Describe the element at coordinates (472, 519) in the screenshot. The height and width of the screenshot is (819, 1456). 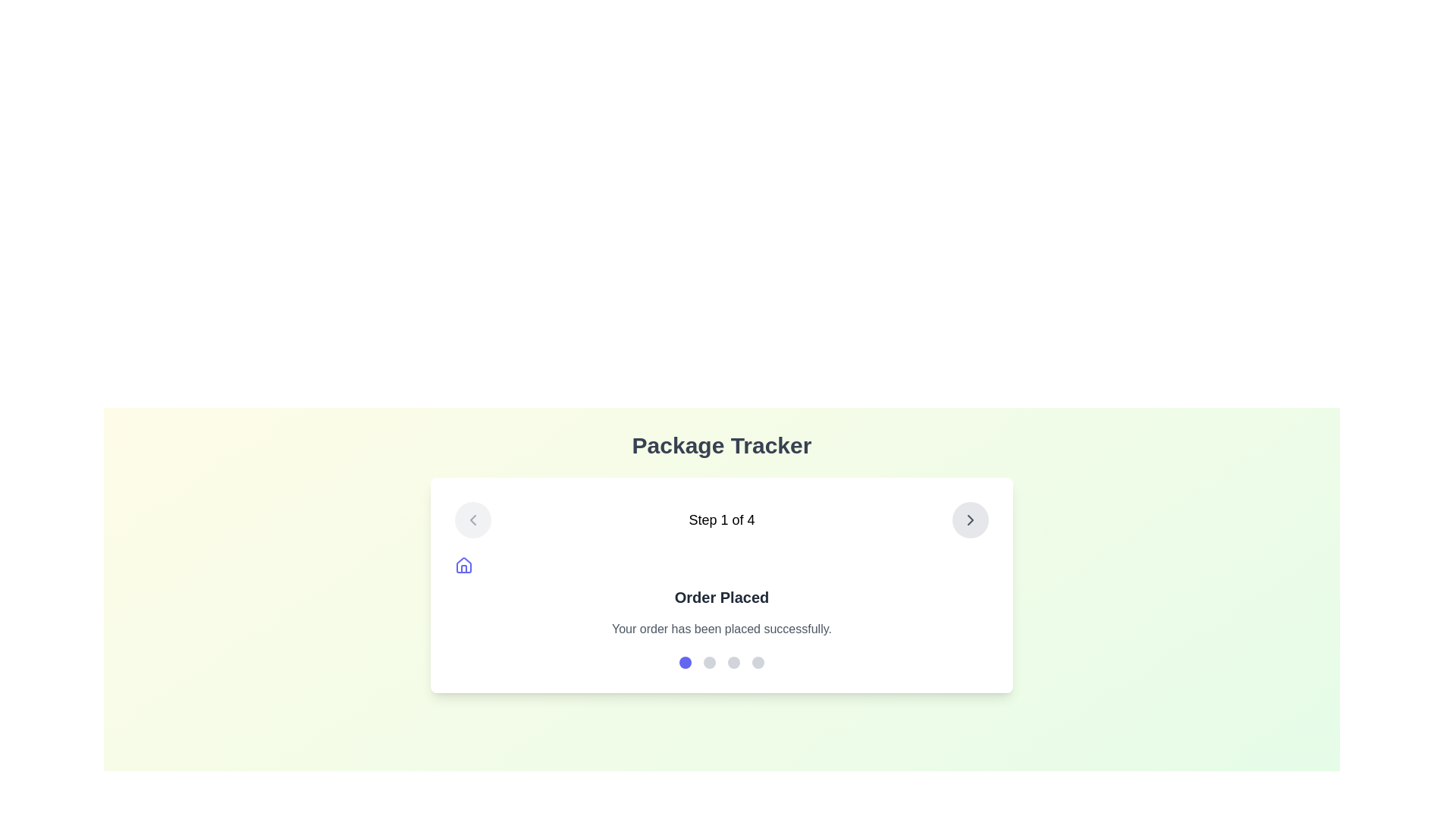
I see `the leftward-pointing chevron icon located in the navigation section of the interface, near the top of the central white card` at that location.